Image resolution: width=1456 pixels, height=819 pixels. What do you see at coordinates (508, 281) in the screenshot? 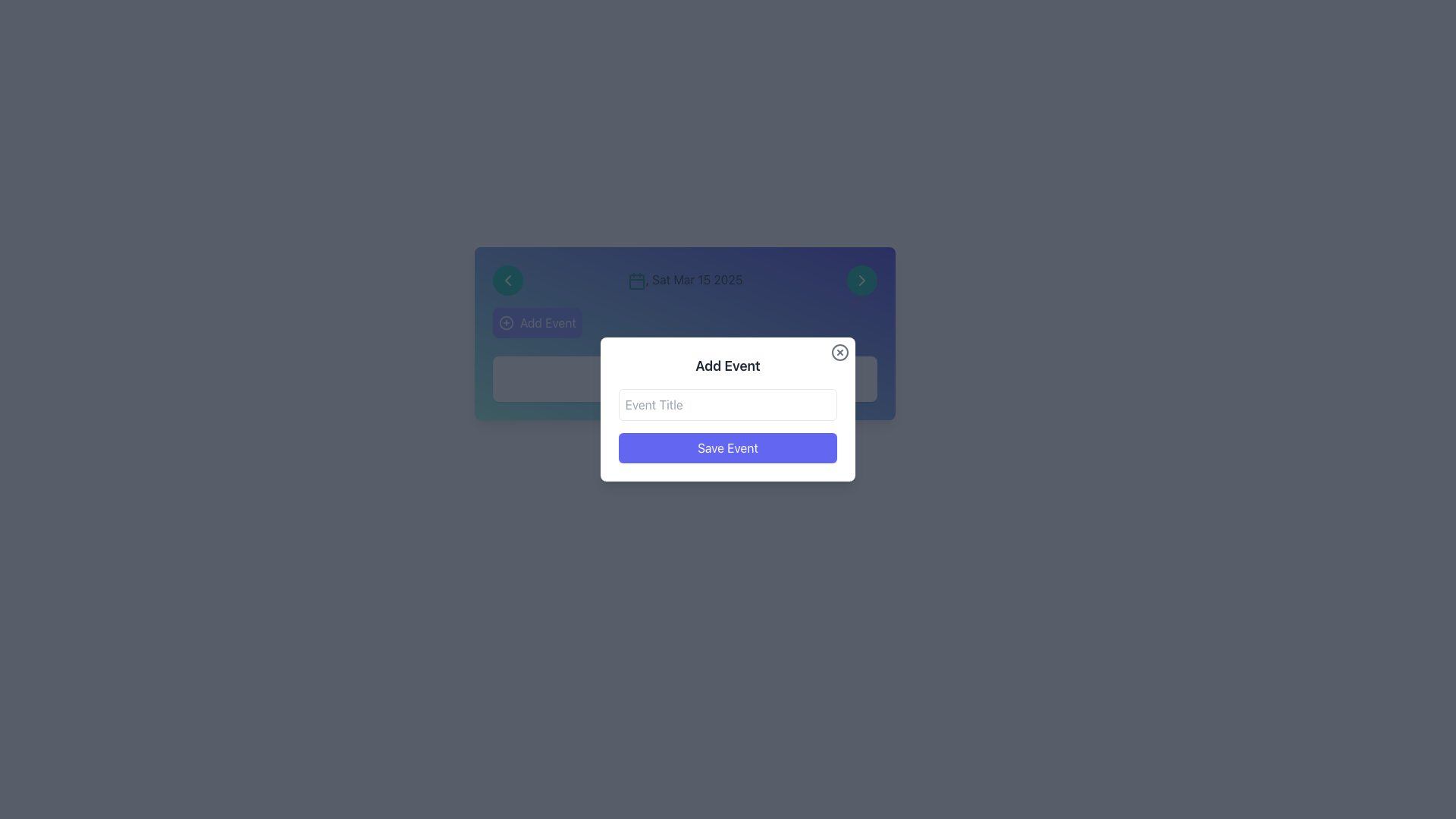
I see `the chevron icon within the circular button located near the top-left area of the card interface` at bounding box center [508, 281].